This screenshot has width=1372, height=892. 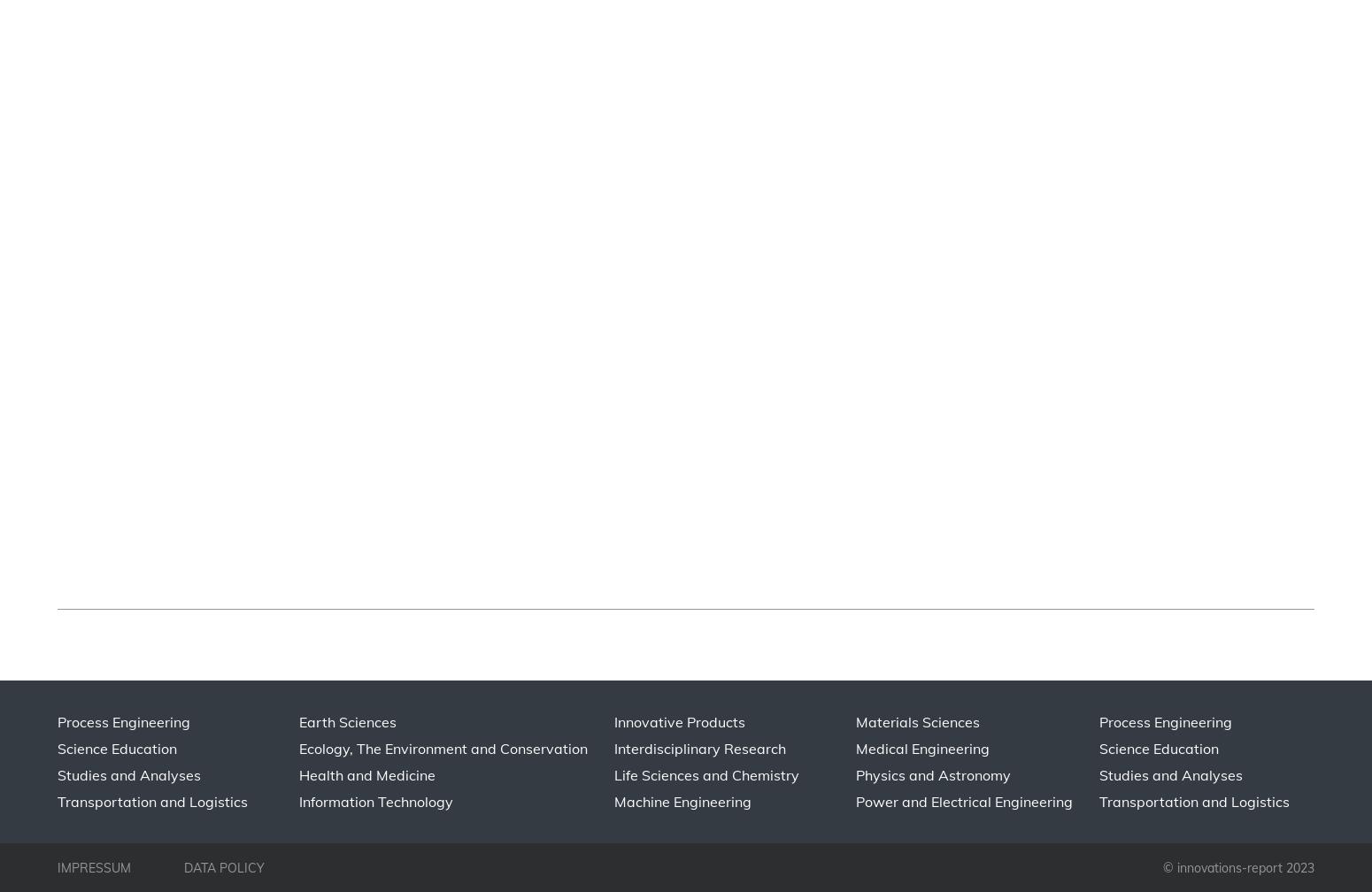 What do you see at coordinates (366, 774) in the screenshot?
I see `'Health and Medicine'` at bounding box center [366, 774].